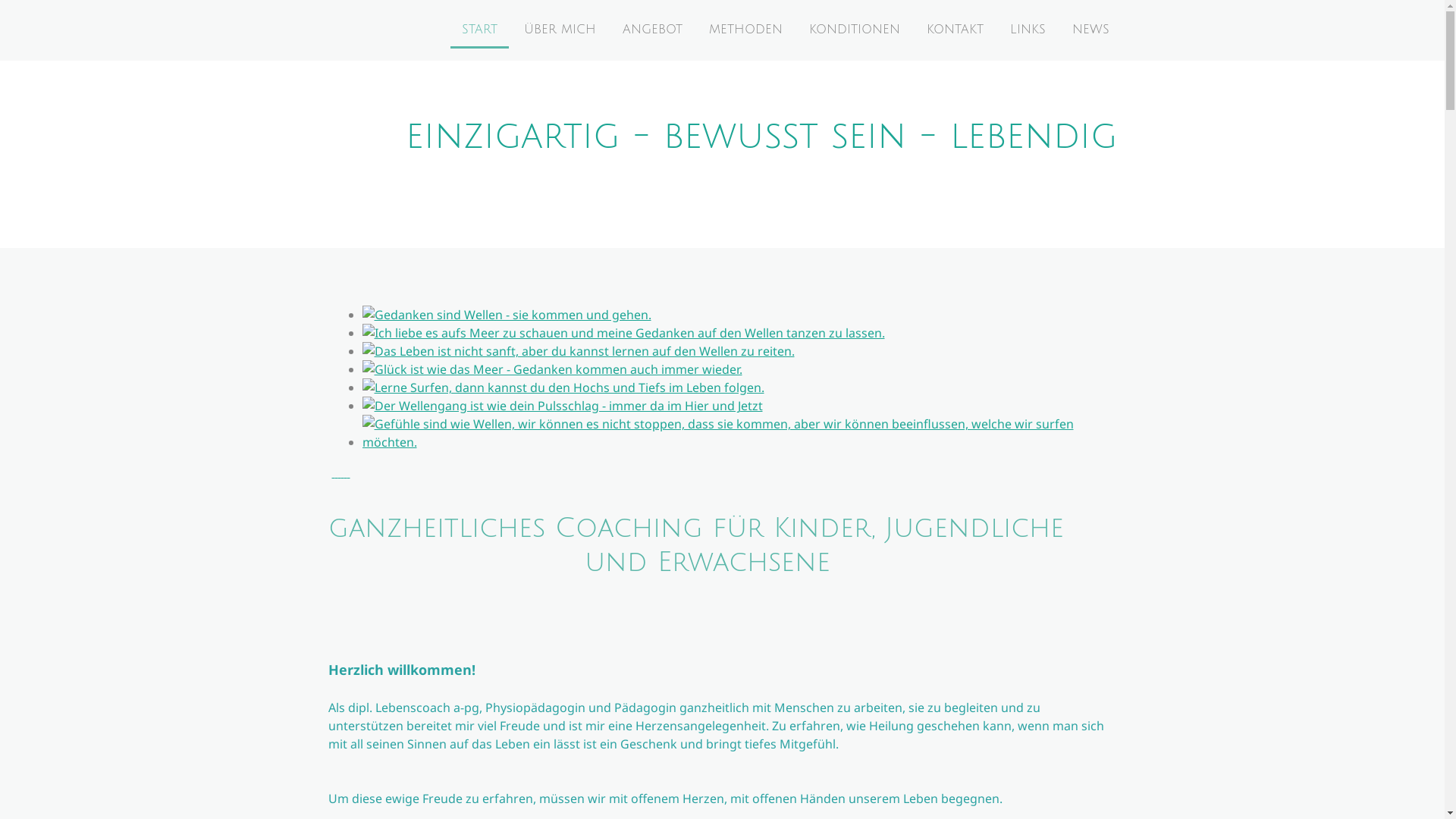 Image resolution: width=1456 pixels, height=819 pixels. Describe the element at coordinates (761, 143) in the screenshot. I see `'einzigartig - bewusst sein - lebendig'` at that location.